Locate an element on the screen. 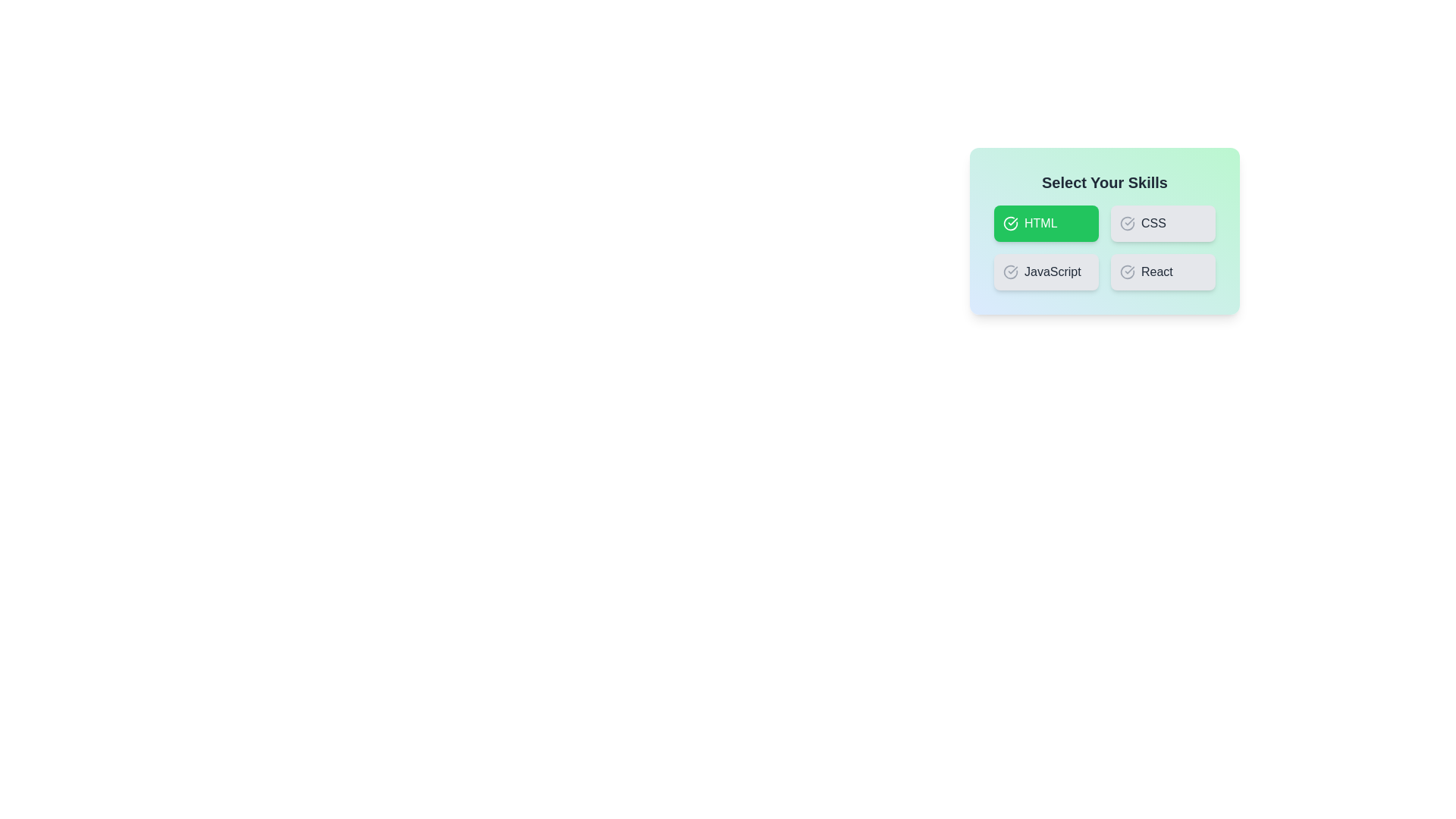 Image resolution: width=1456 pixels, height=819 pixels. the skill JavaScript to observe visual feedback is located at coordinates (1046, 271).